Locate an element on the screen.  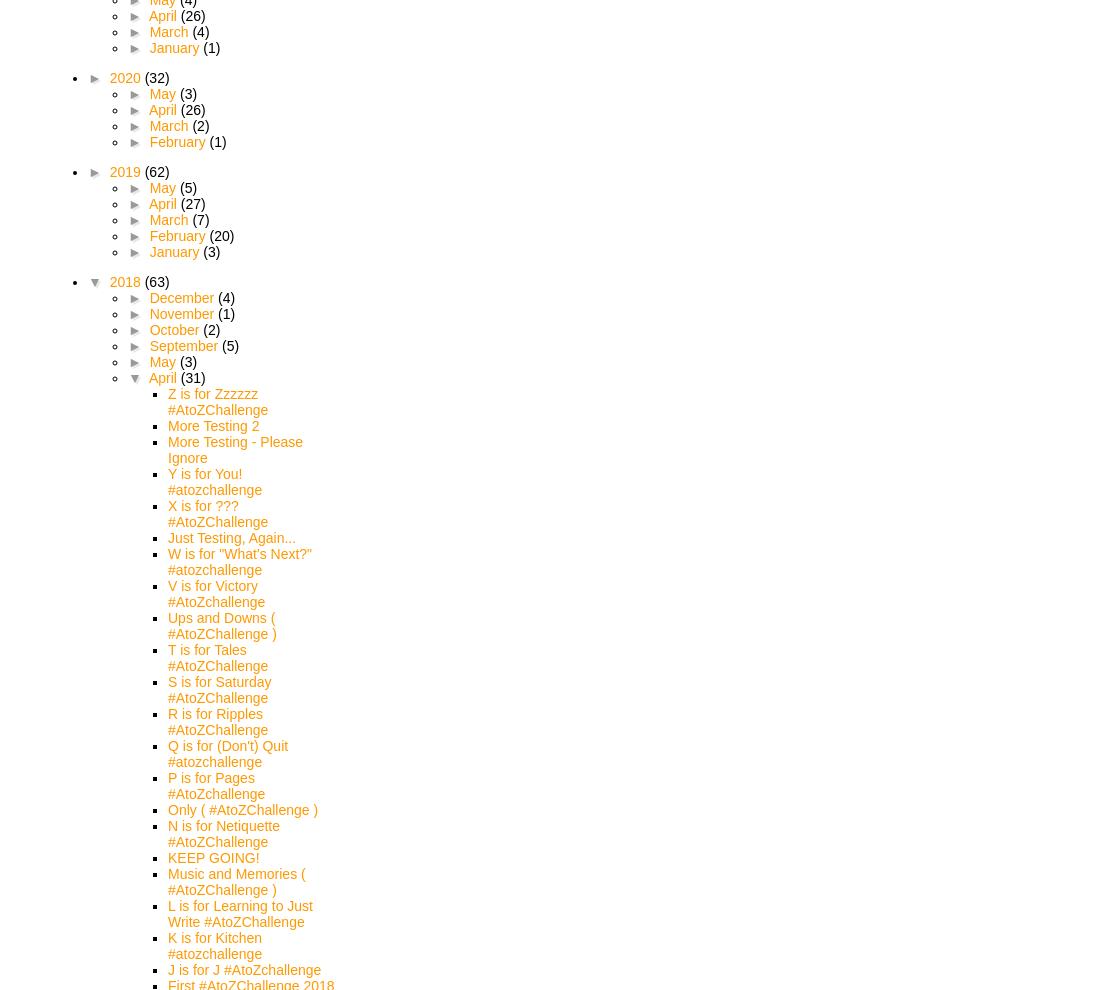
'September' is located at coordinates (184, 345).